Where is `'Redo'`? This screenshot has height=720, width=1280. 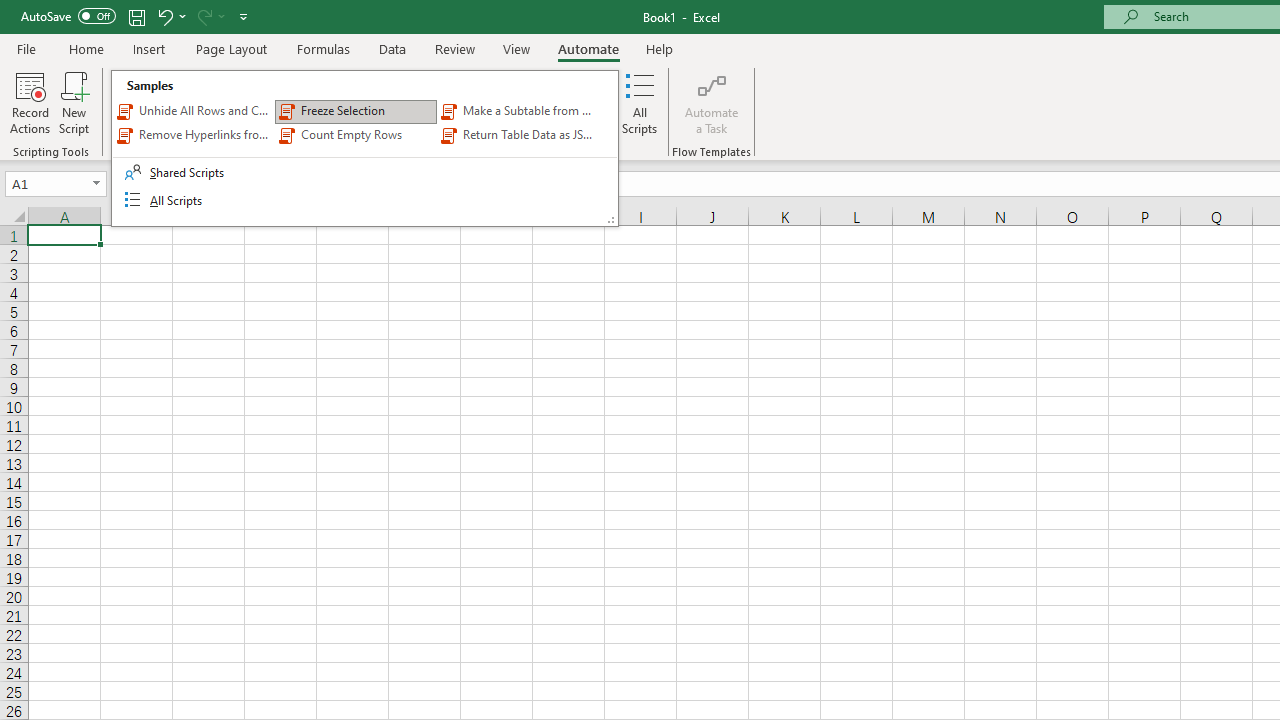
'Redo' is located at coordinates (203, 16).